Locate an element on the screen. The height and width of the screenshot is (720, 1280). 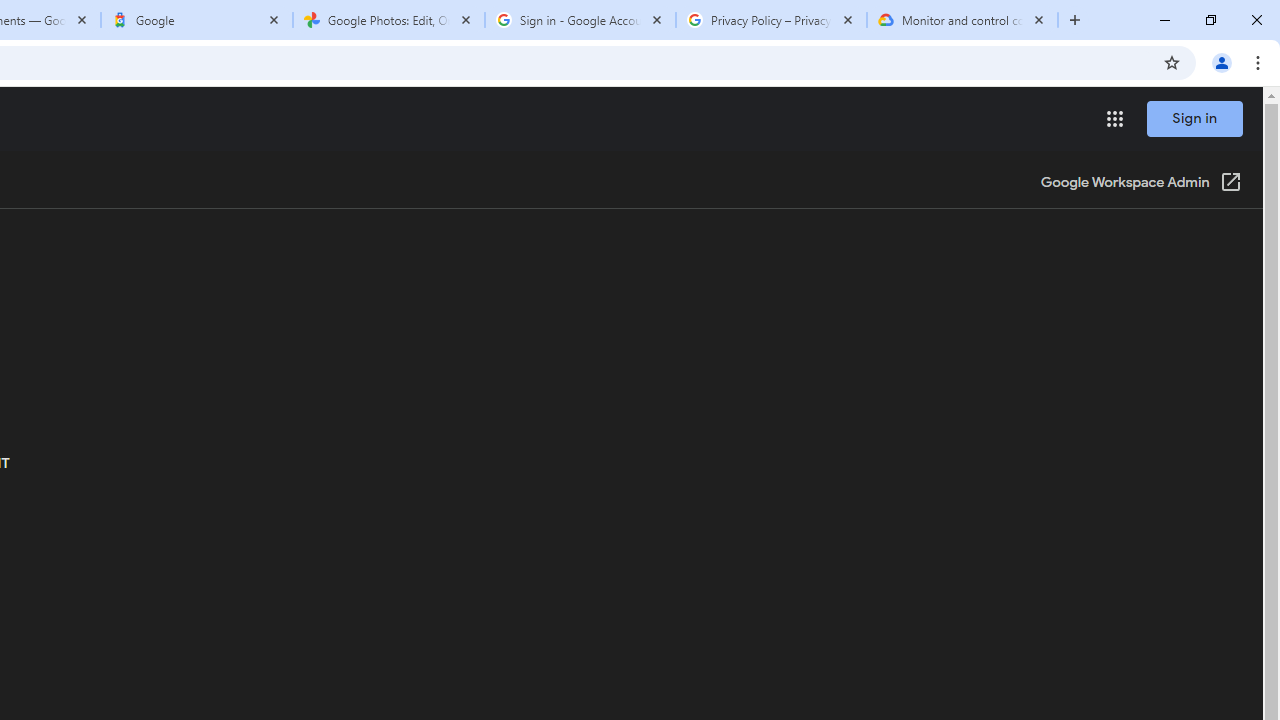
'Sign in - Google Accounts' is located at coordinates (579, 20).